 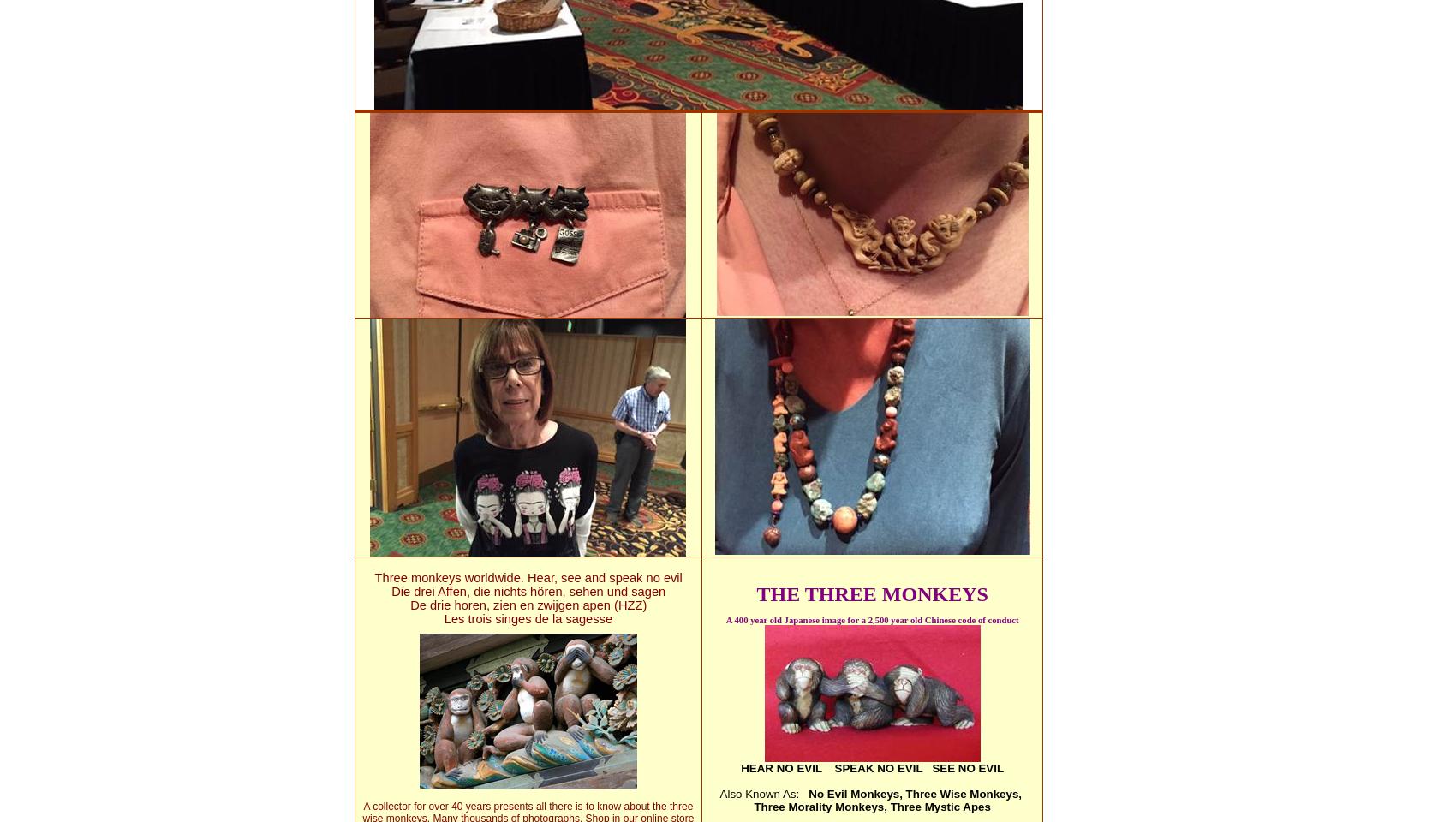 What do you see at coordinates (476, 806) in the screenshot?
I see `'years'` at bounding box center [476, 806].